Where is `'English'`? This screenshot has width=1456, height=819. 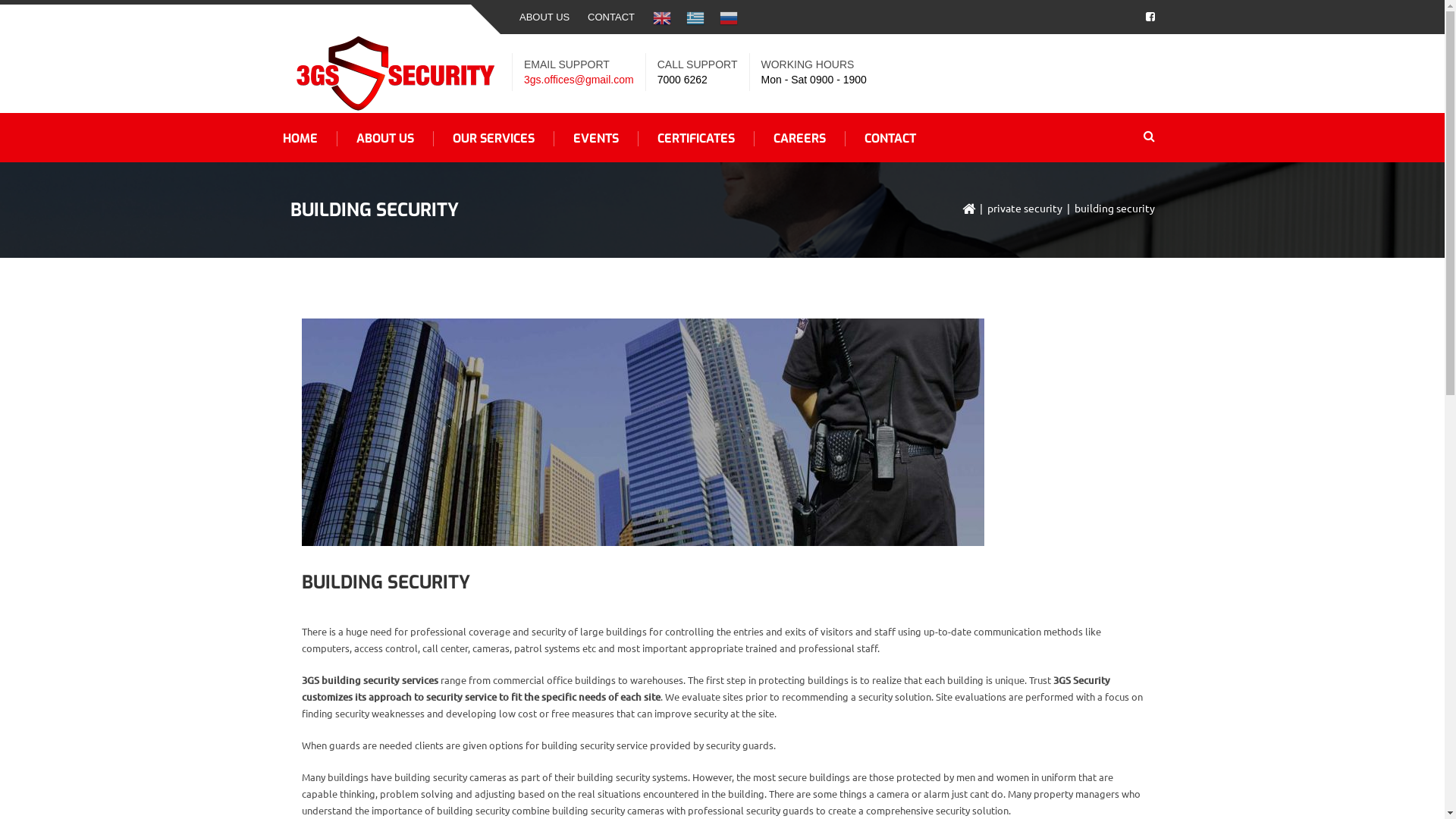 'English' is located at coordinates (662, 17).